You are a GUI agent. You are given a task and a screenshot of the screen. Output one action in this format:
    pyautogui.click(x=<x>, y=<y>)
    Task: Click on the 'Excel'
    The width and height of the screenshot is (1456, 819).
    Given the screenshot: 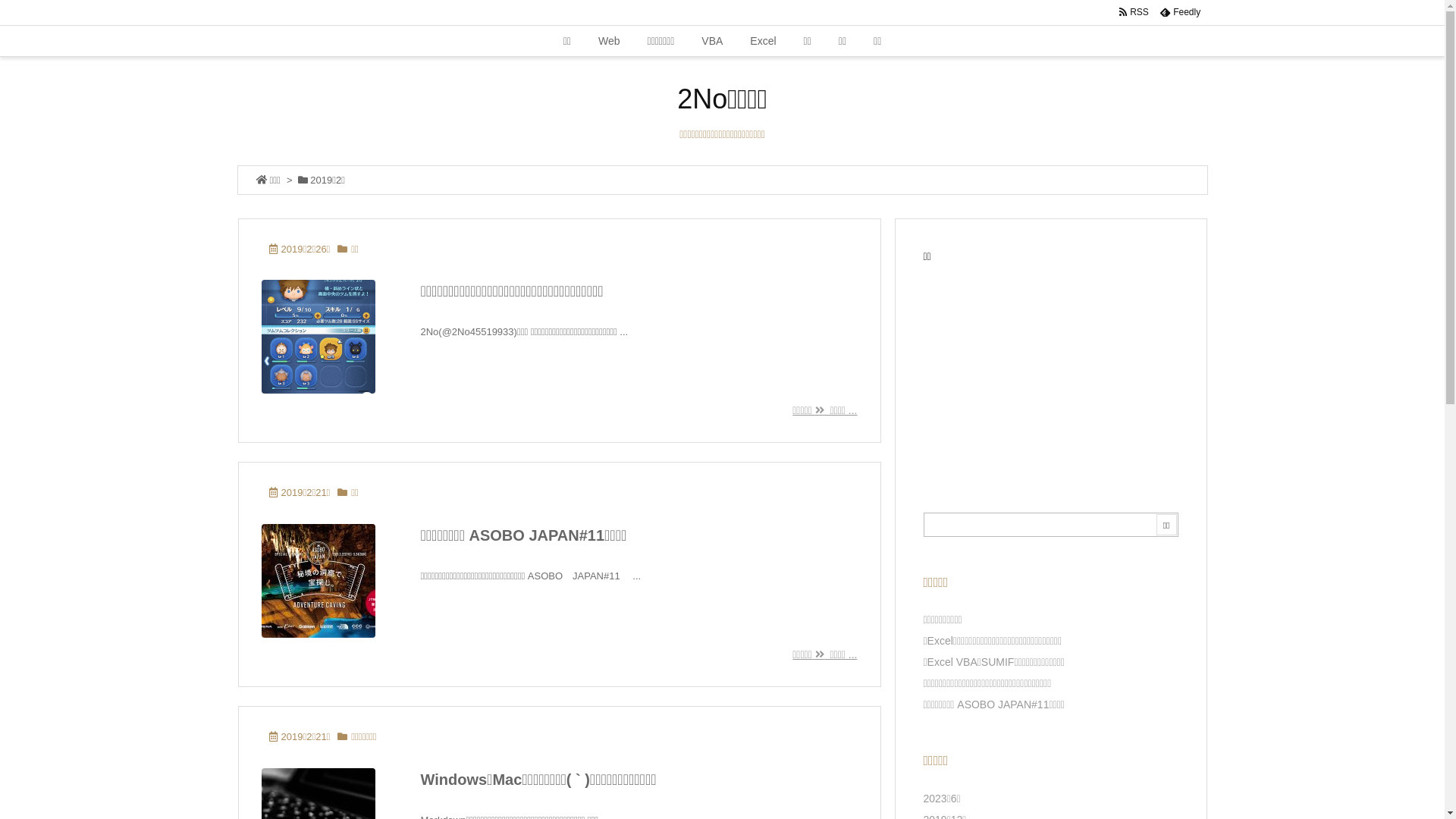 What is the action you would take?
    pyautogui.click(x=736, y=40)
    